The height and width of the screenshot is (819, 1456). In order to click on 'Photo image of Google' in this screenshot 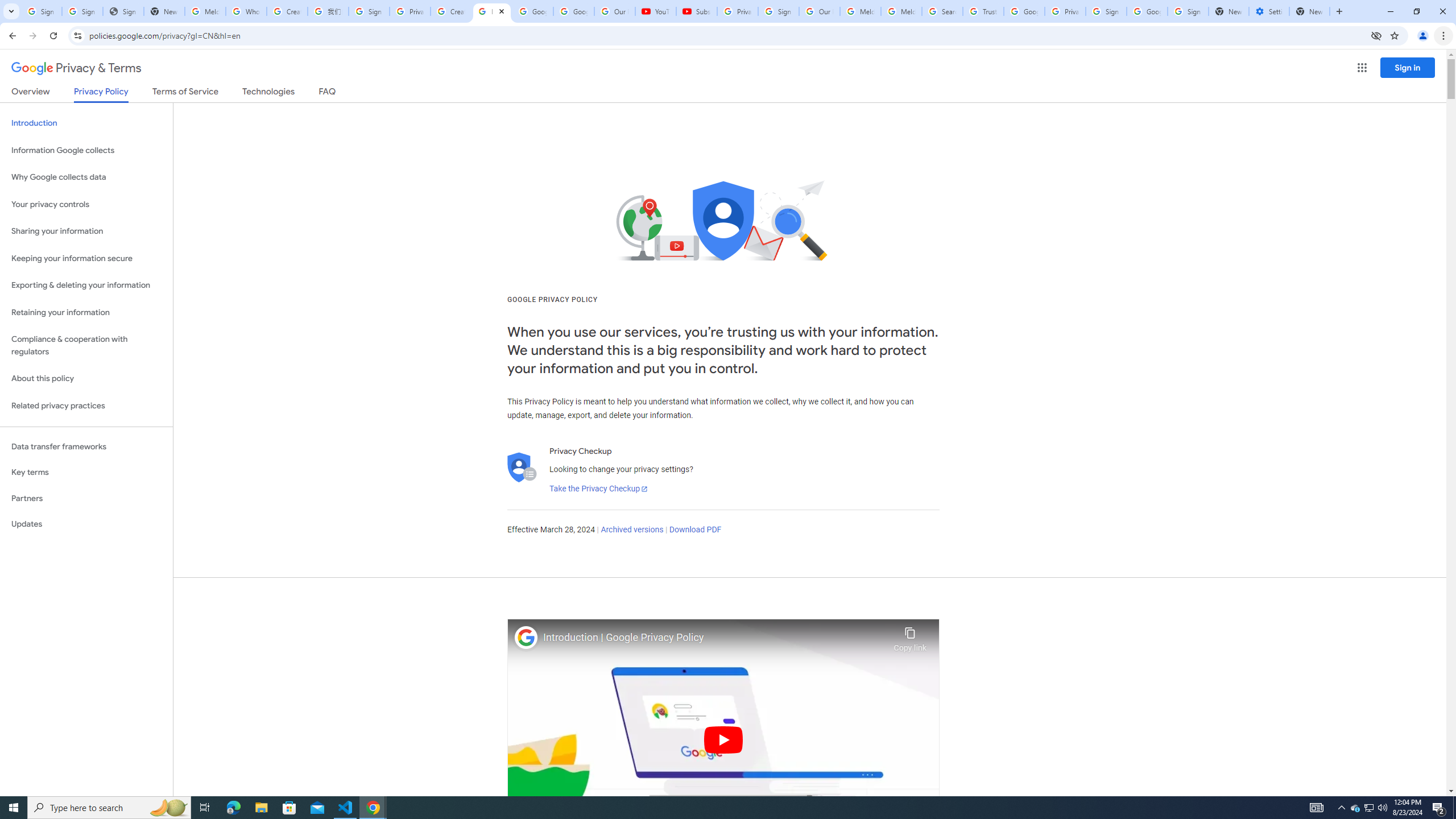, I will do `click(526, 636)`.